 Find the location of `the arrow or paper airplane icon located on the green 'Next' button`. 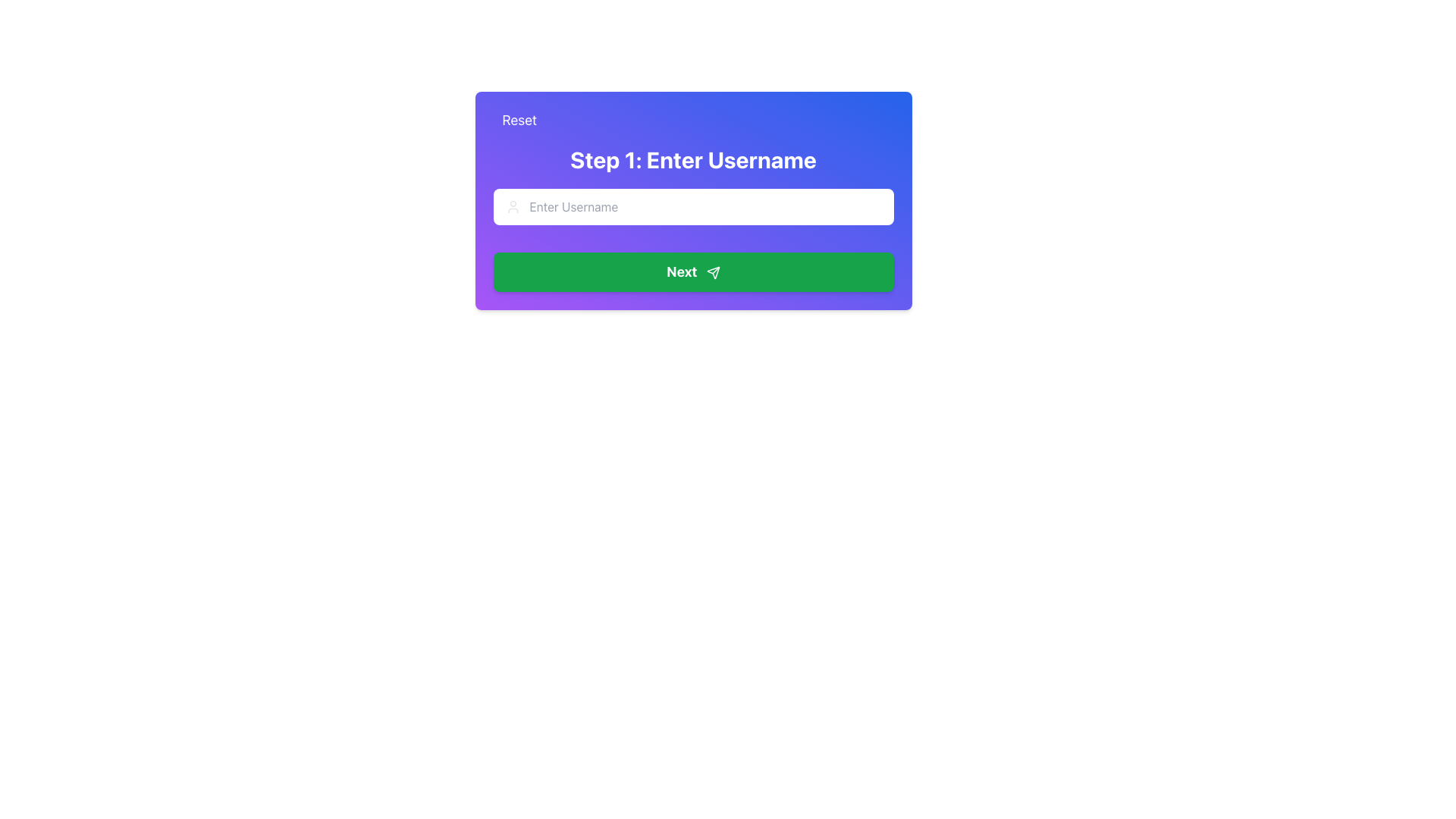

the arrow or paper airplane icon located on the green 'Next' button is located at coordinates (712, 273).